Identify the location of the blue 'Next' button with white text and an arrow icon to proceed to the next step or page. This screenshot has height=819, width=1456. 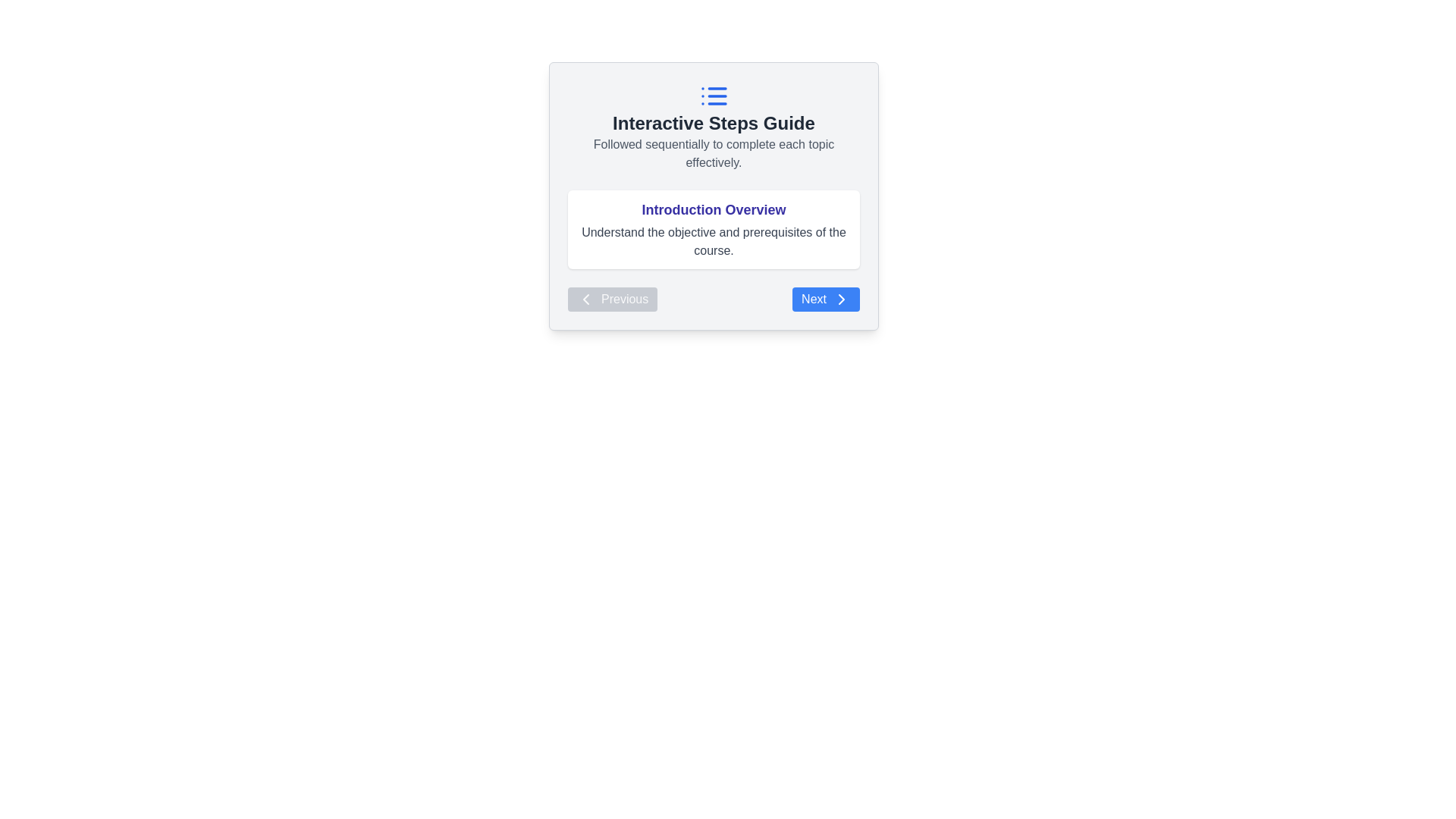
(825, 299).